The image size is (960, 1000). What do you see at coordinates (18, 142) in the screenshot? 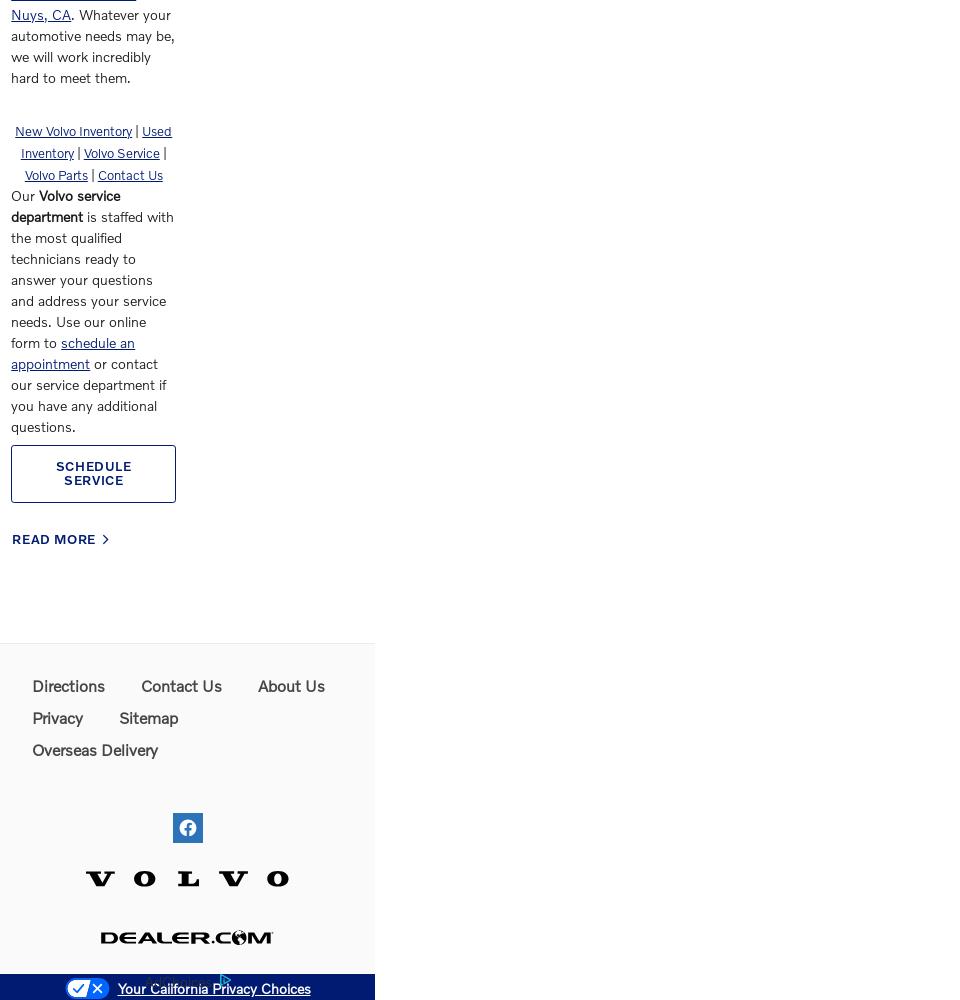
I see `'Used Inventory'` at bounding box center [18, 142].